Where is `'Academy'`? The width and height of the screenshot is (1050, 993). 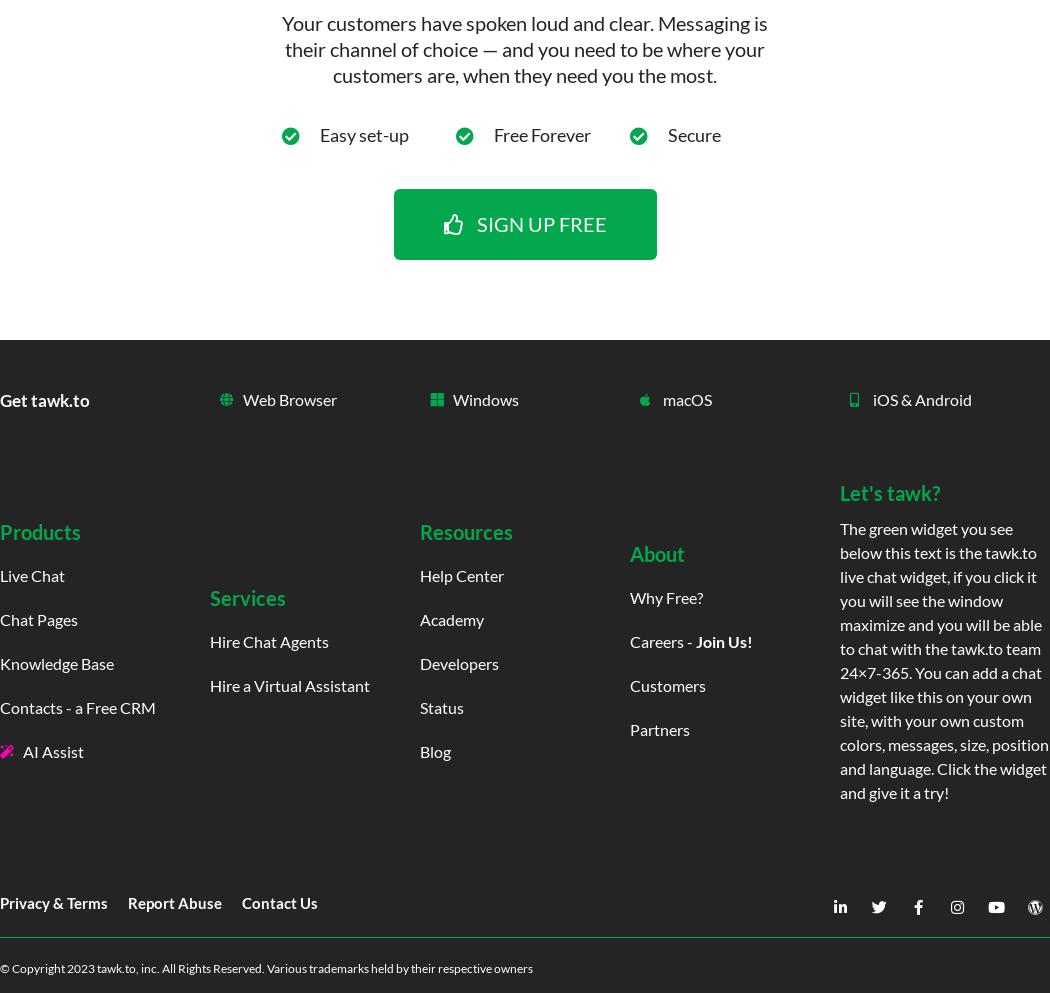 'Academy' is located at coordinates (419, 617).